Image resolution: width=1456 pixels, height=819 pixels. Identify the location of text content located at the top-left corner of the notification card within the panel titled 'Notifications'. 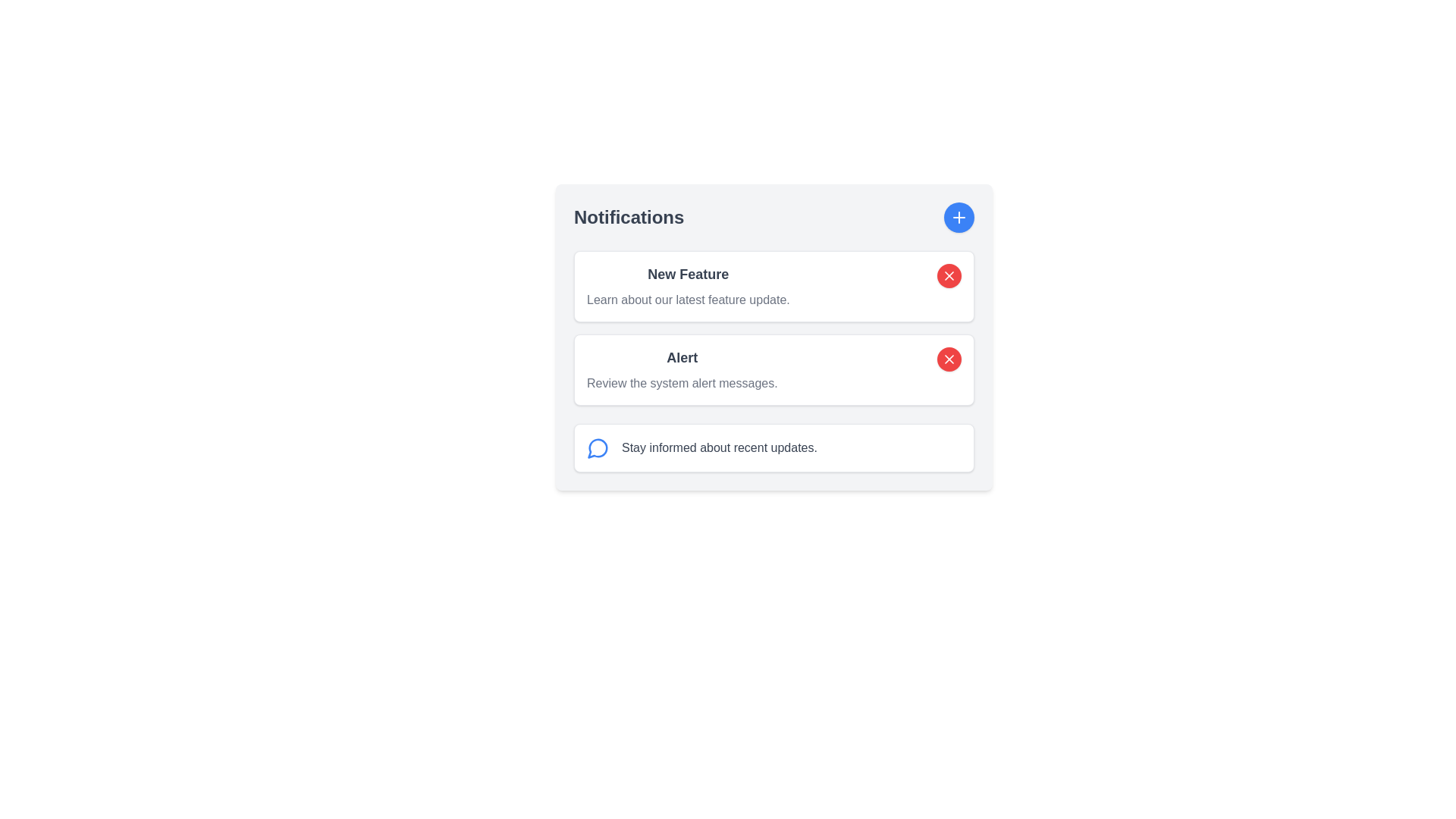
(687, 287).